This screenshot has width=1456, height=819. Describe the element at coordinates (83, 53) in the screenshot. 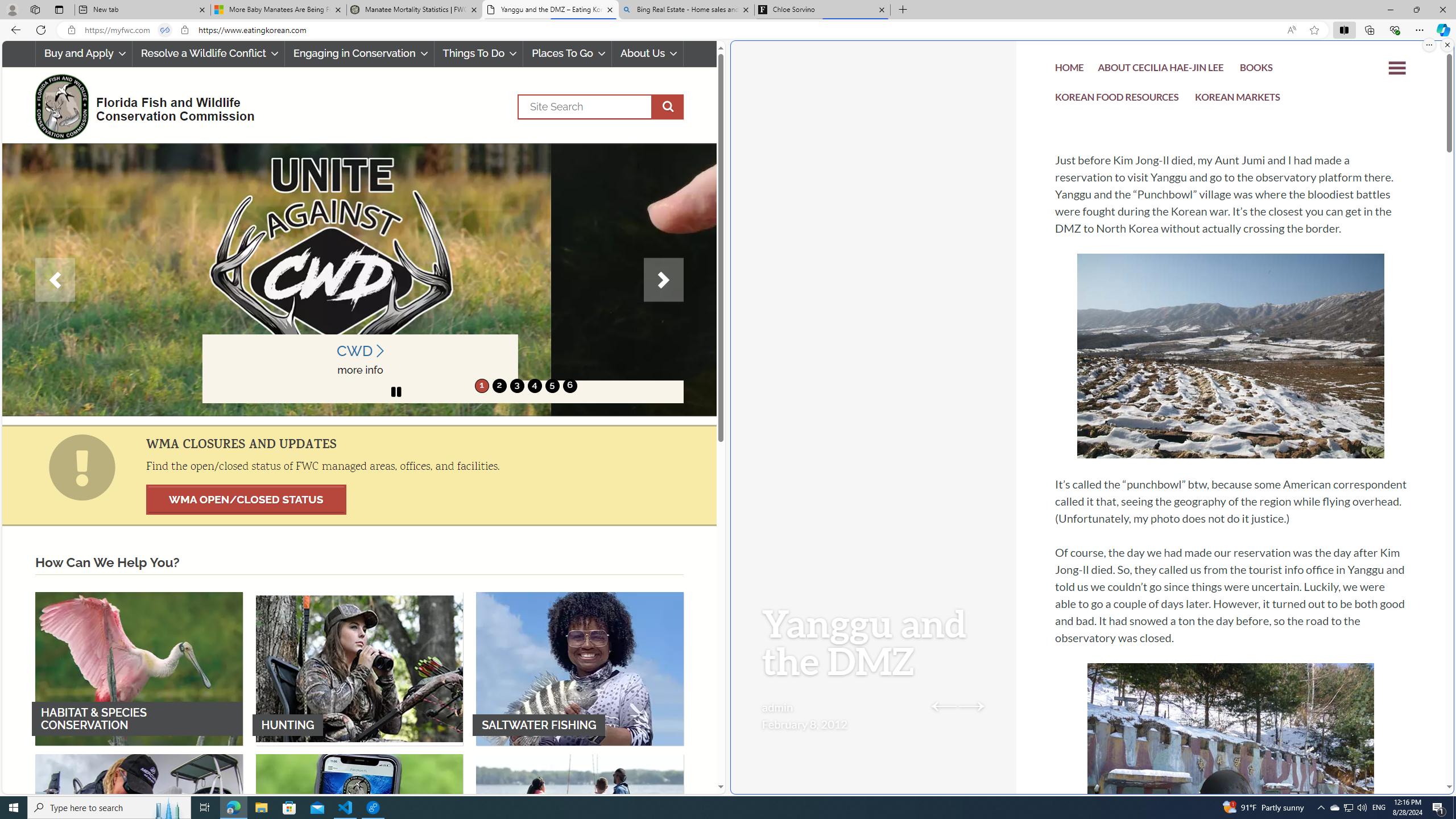

I see `'Buy and Apply'` at that location.